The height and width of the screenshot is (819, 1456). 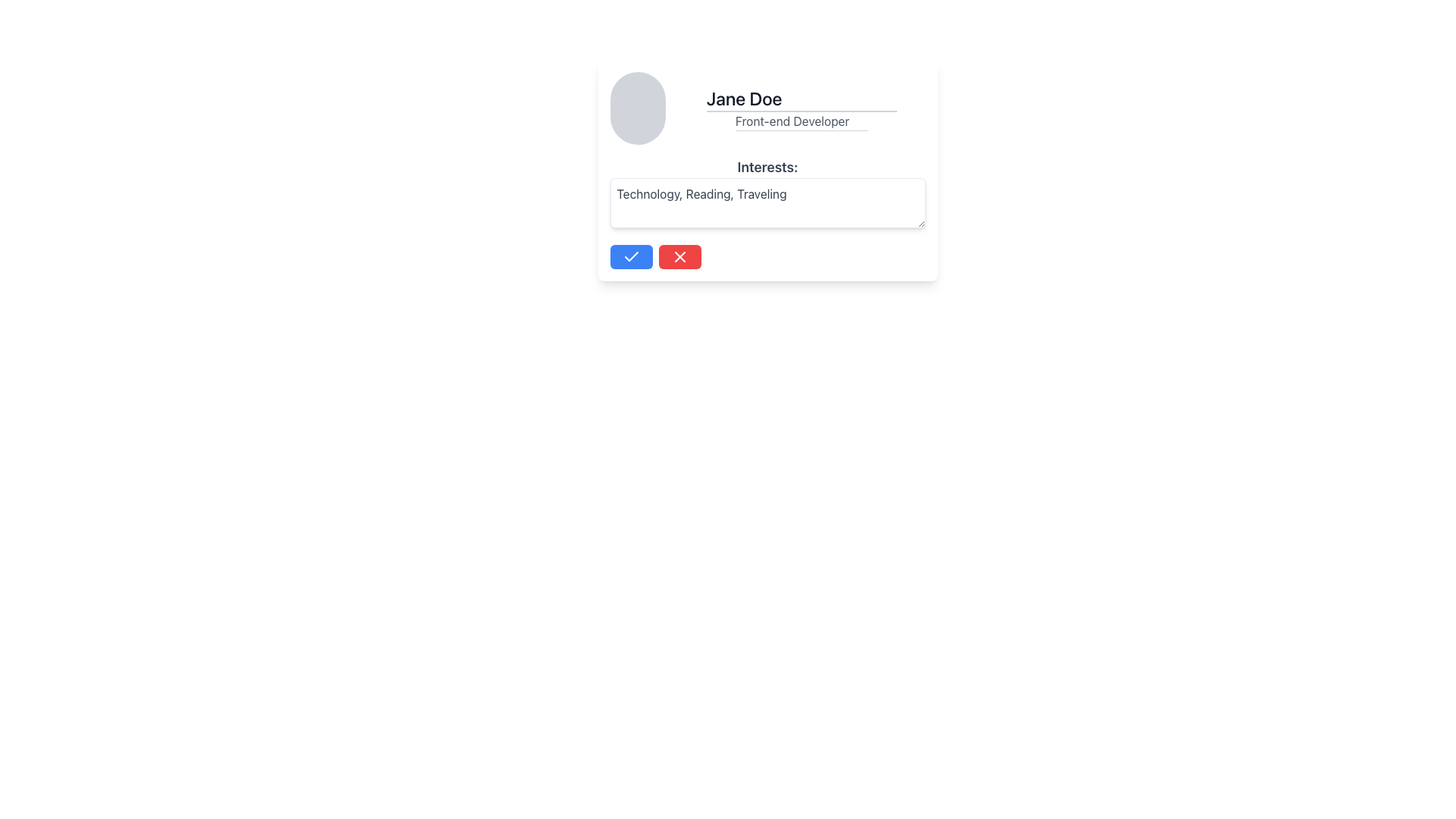 What do you see at coordinates (767, 194) in the screenshot?
I see `the input field labeled 'Interests:' which contains the text 'Technology, Reading, Traveling' for a visual cue` at bounding box center [767, 194].